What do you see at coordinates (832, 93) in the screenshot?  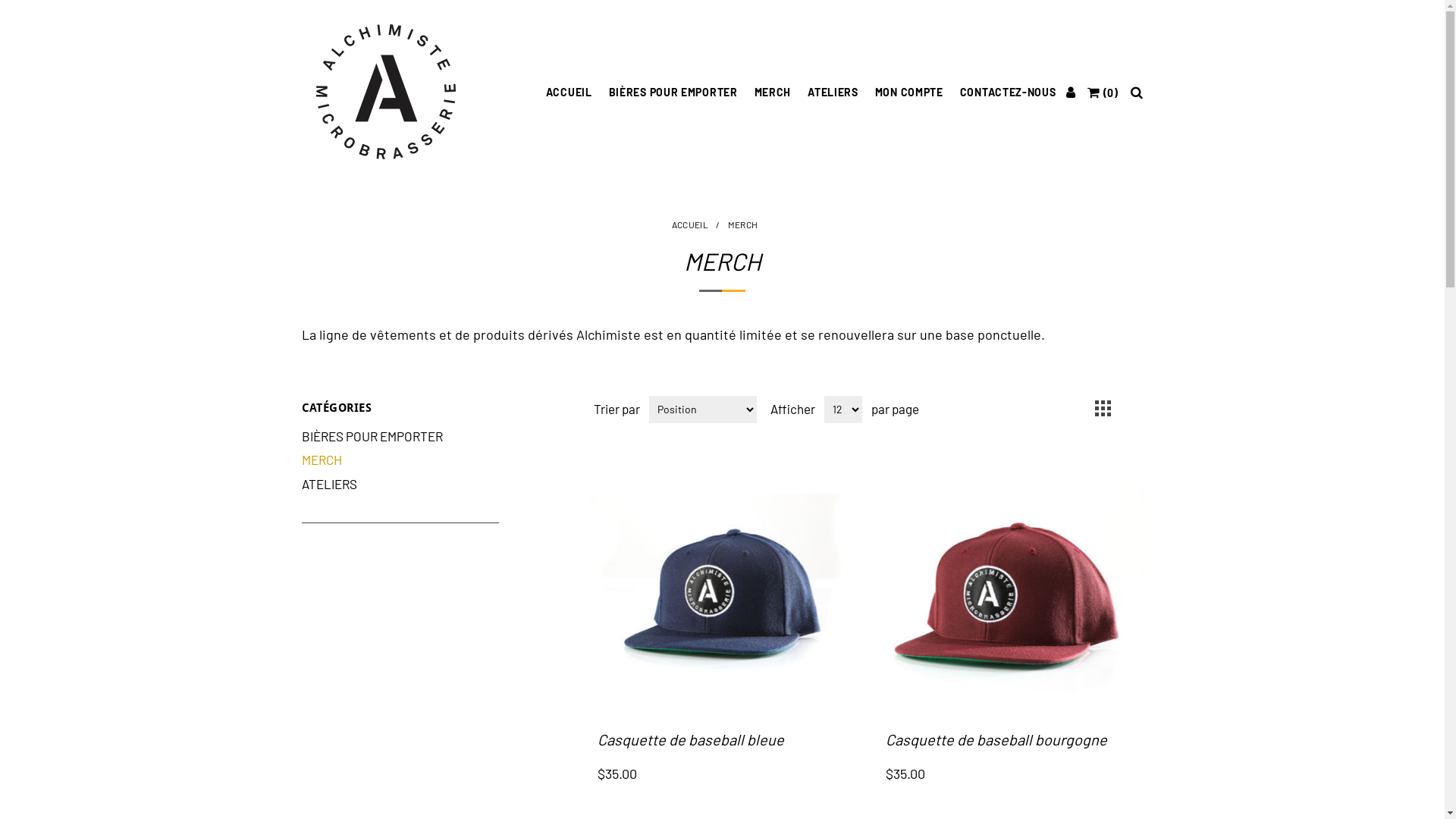 I see `'ATELIERS'` at bounding box center [832, 93].